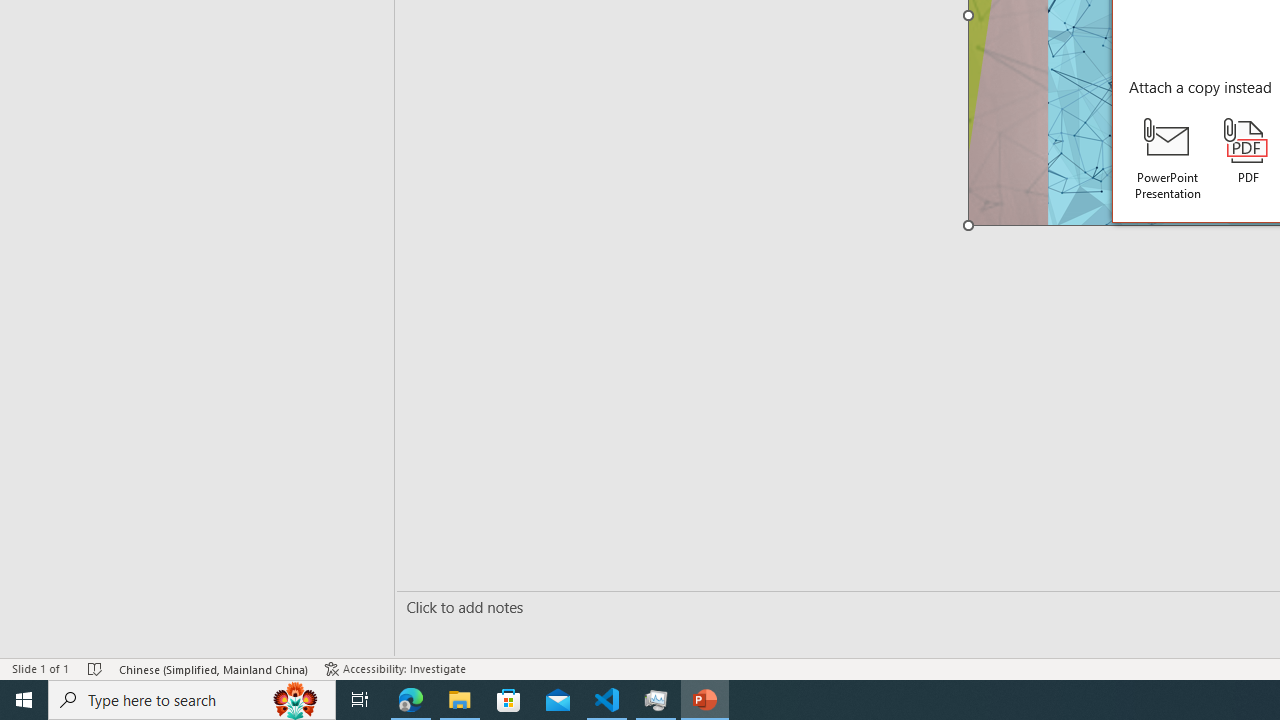 This screenshot has width=1280, height=720. What do you see at coordinates (24, 698) in the screenshot?
I see `'Start'` at bounding box center [24, 698].